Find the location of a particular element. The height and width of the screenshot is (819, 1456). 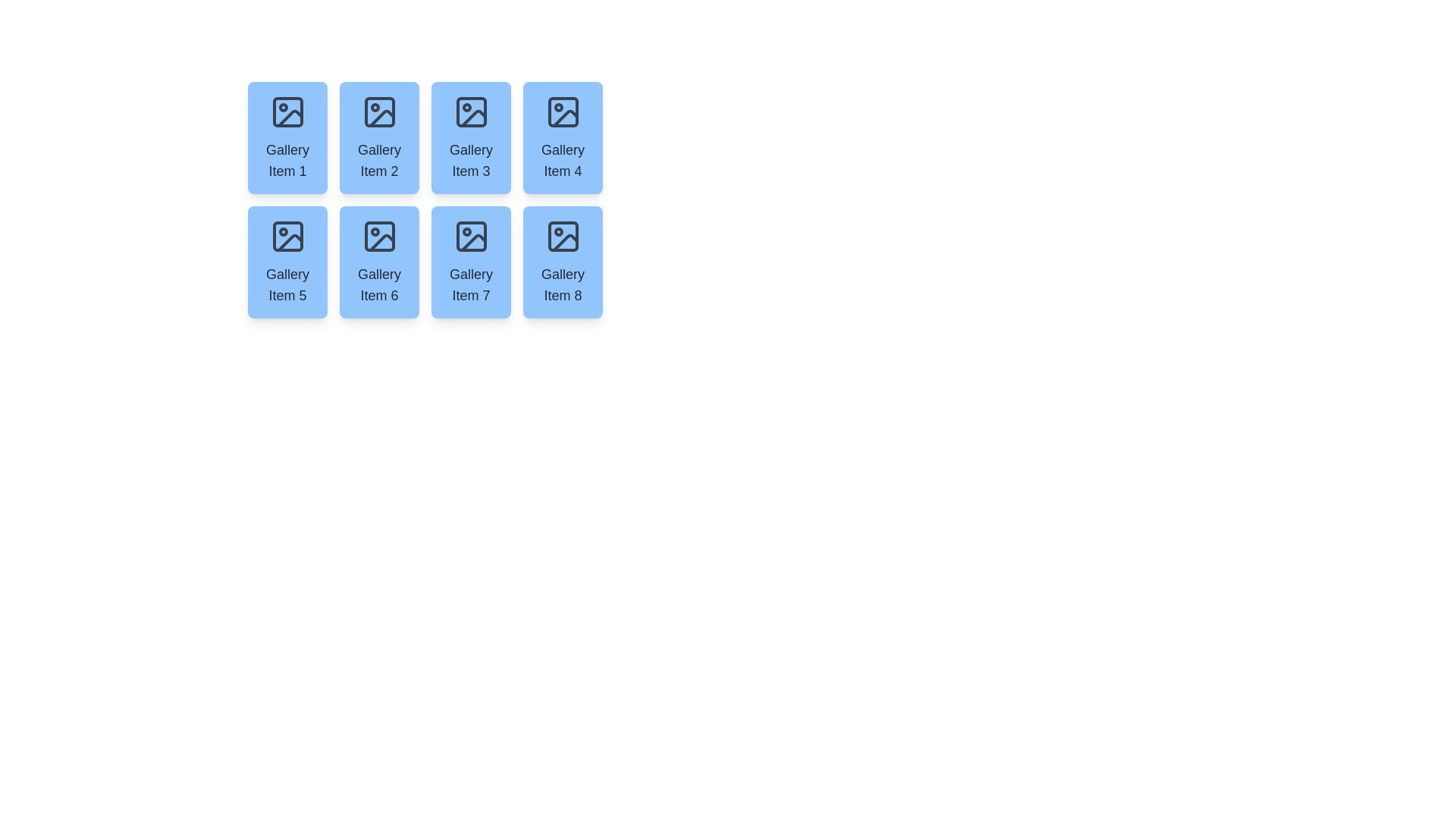

the text label that indicates the identifier or name of the gallery item within 'Gallery Item 3', positioned centrally below the displayed icon is located at coordinates (470, 161).